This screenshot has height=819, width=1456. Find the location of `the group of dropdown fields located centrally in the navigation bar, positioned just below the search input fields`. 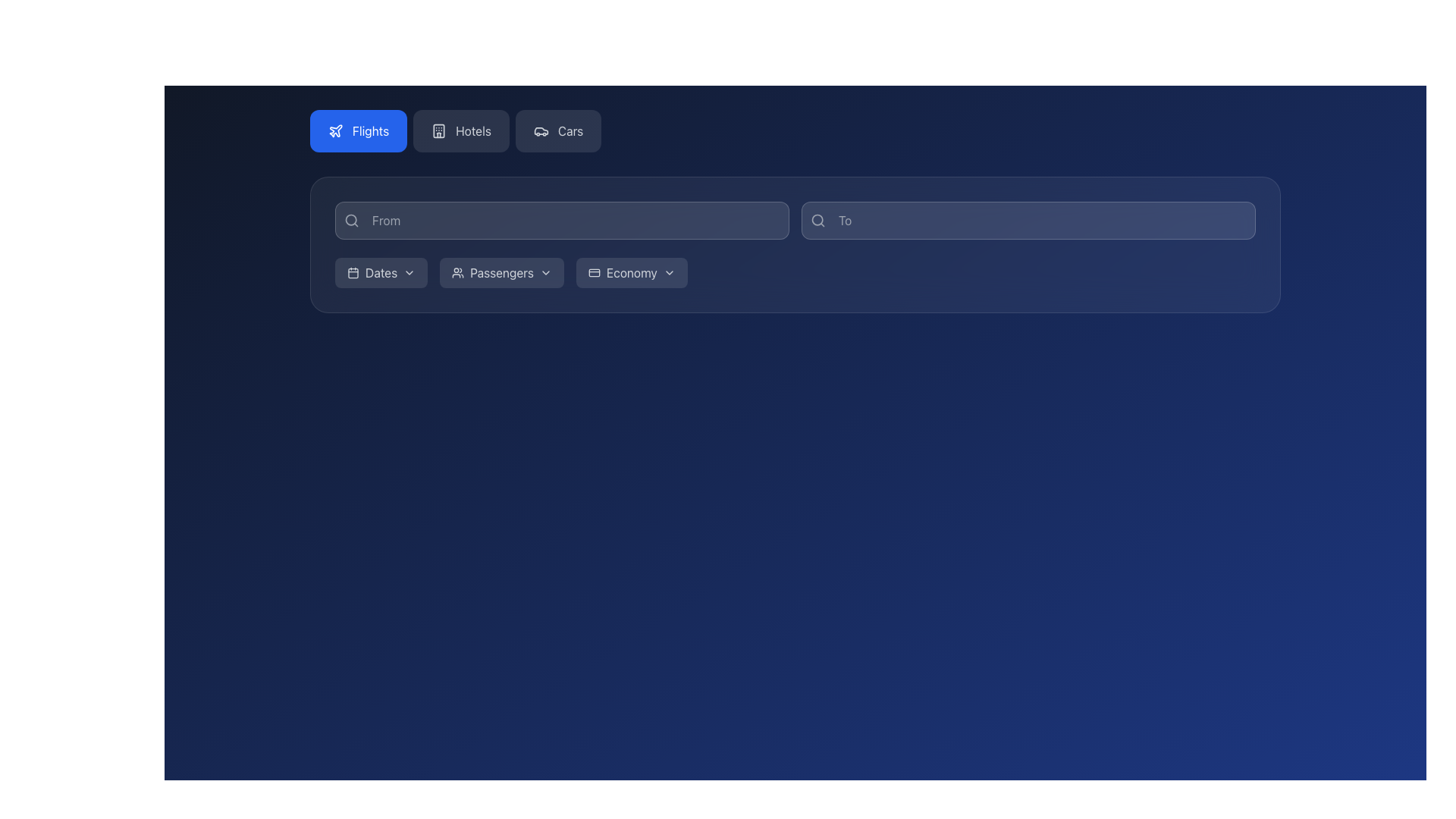

the group of dropdown fields located centrally in the navigation bar, positioned just below the search input fields is located at coordinates (795, 271).